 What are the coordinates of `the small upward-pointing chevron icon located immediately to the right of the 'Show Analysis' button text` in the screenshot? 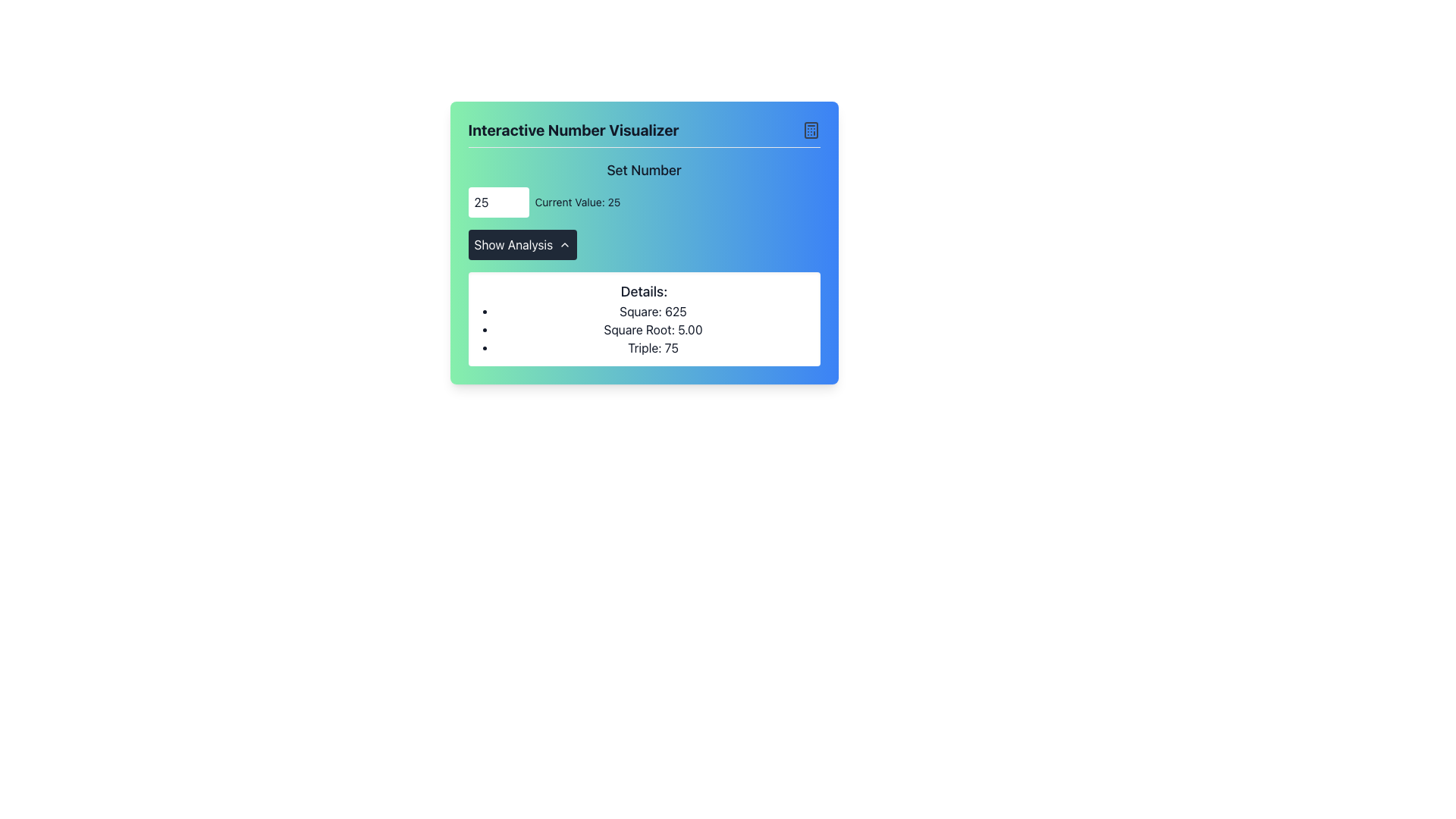 It's located at (564, 244).